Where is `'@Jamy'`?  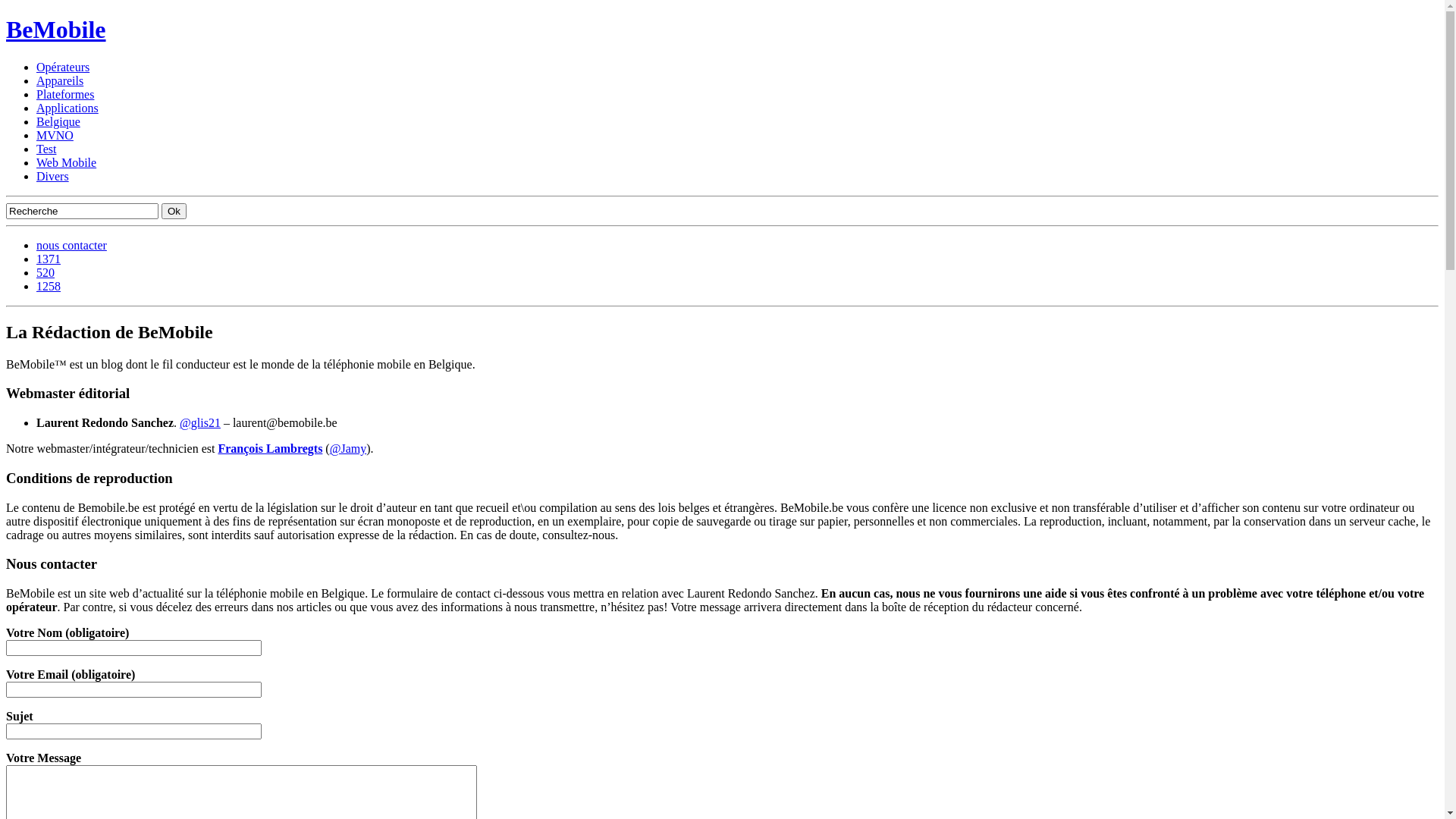
'@Jamy' is located at coordinates (347, 447).